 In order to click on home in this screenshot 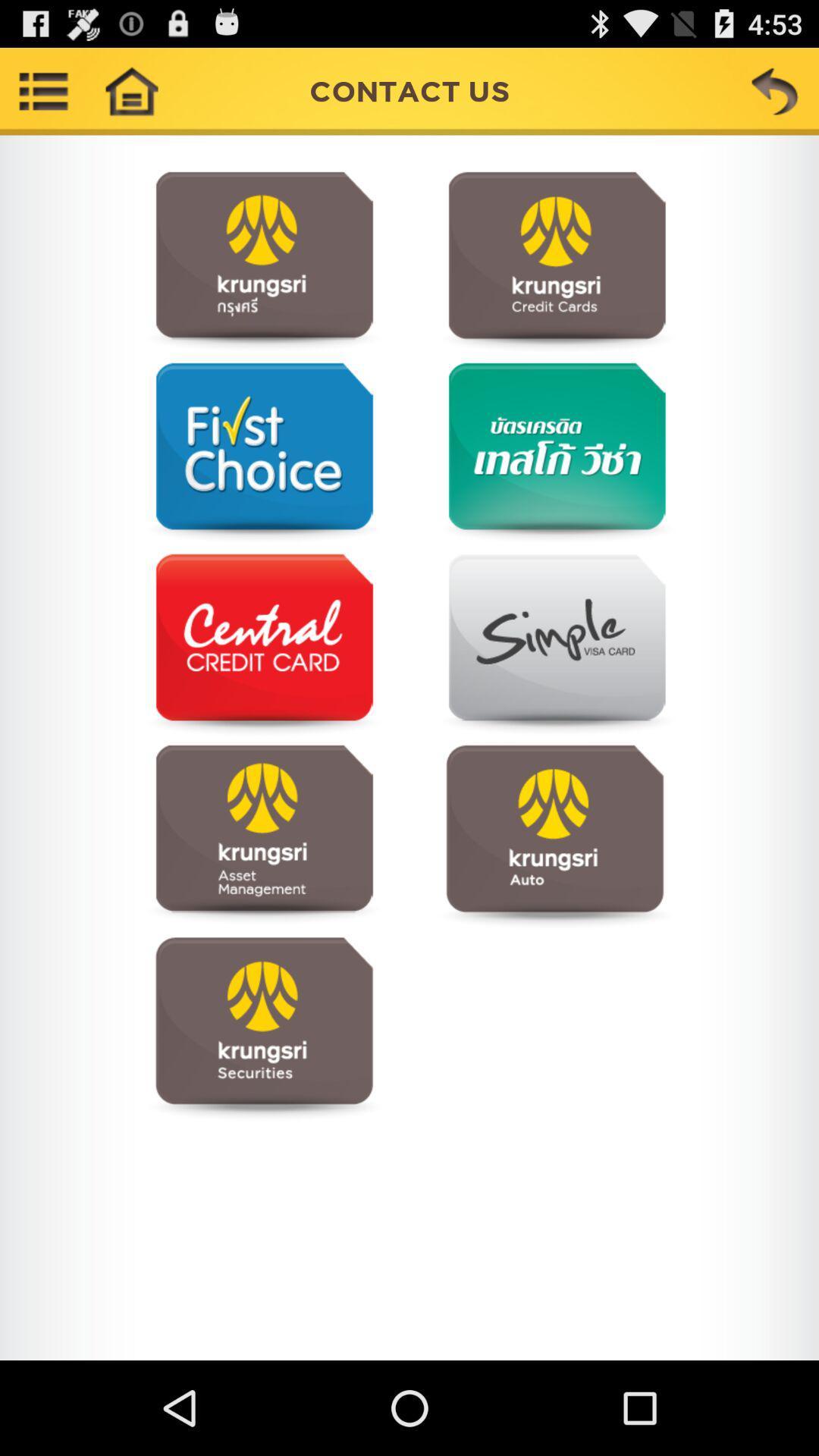, I will do `click(130, 90)`.